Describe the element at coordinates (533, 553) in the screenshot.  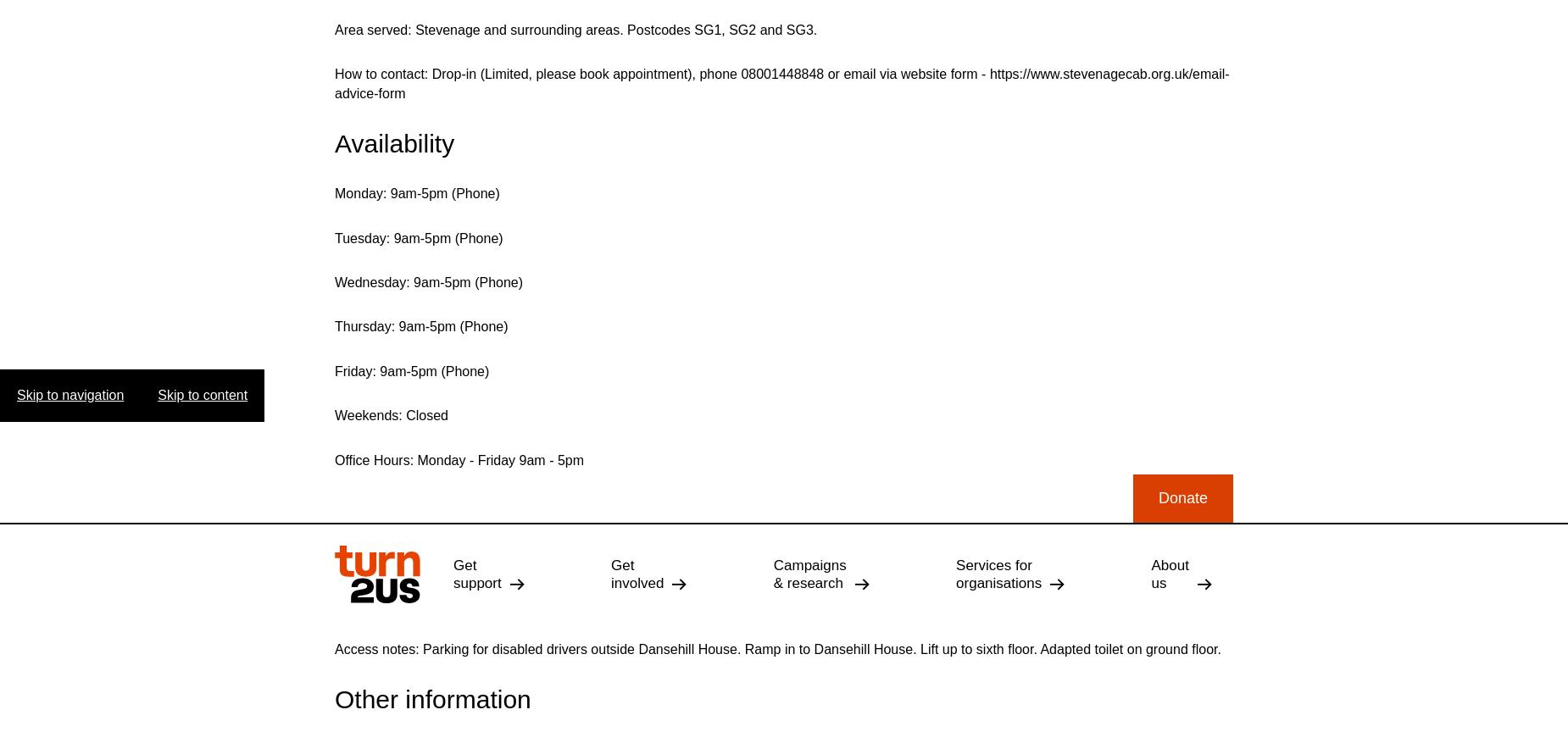
I see `'eNewsletter'` at that location.